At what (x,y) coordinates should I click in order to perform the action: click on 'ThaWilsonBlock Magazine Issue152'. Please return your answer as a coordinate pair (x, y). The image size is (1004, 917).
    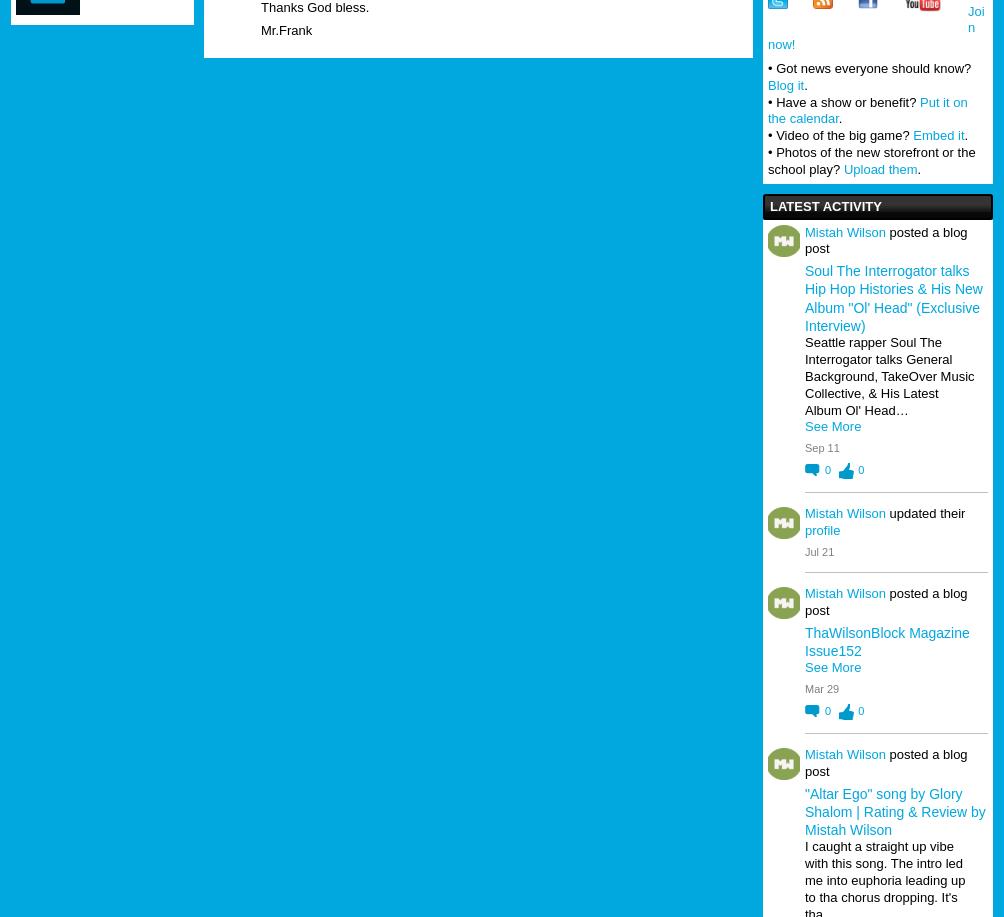
    Looking at the image, I should click on (886, 640).